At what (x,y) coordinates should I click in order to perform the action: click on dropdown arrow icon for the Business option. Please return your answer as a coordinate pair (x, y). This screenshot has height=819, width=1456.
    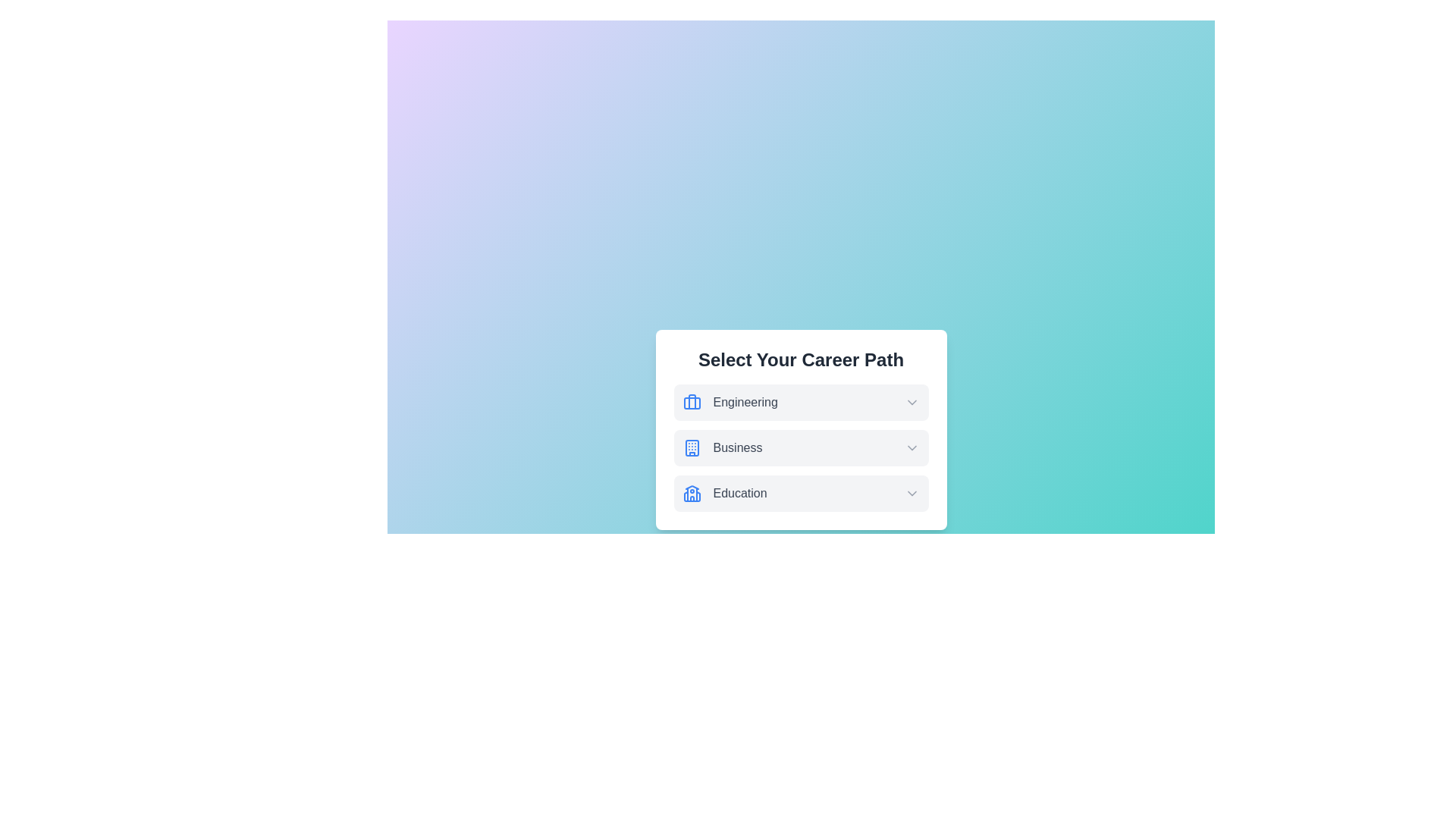
    Looking at the image, I should click on (911, 447).